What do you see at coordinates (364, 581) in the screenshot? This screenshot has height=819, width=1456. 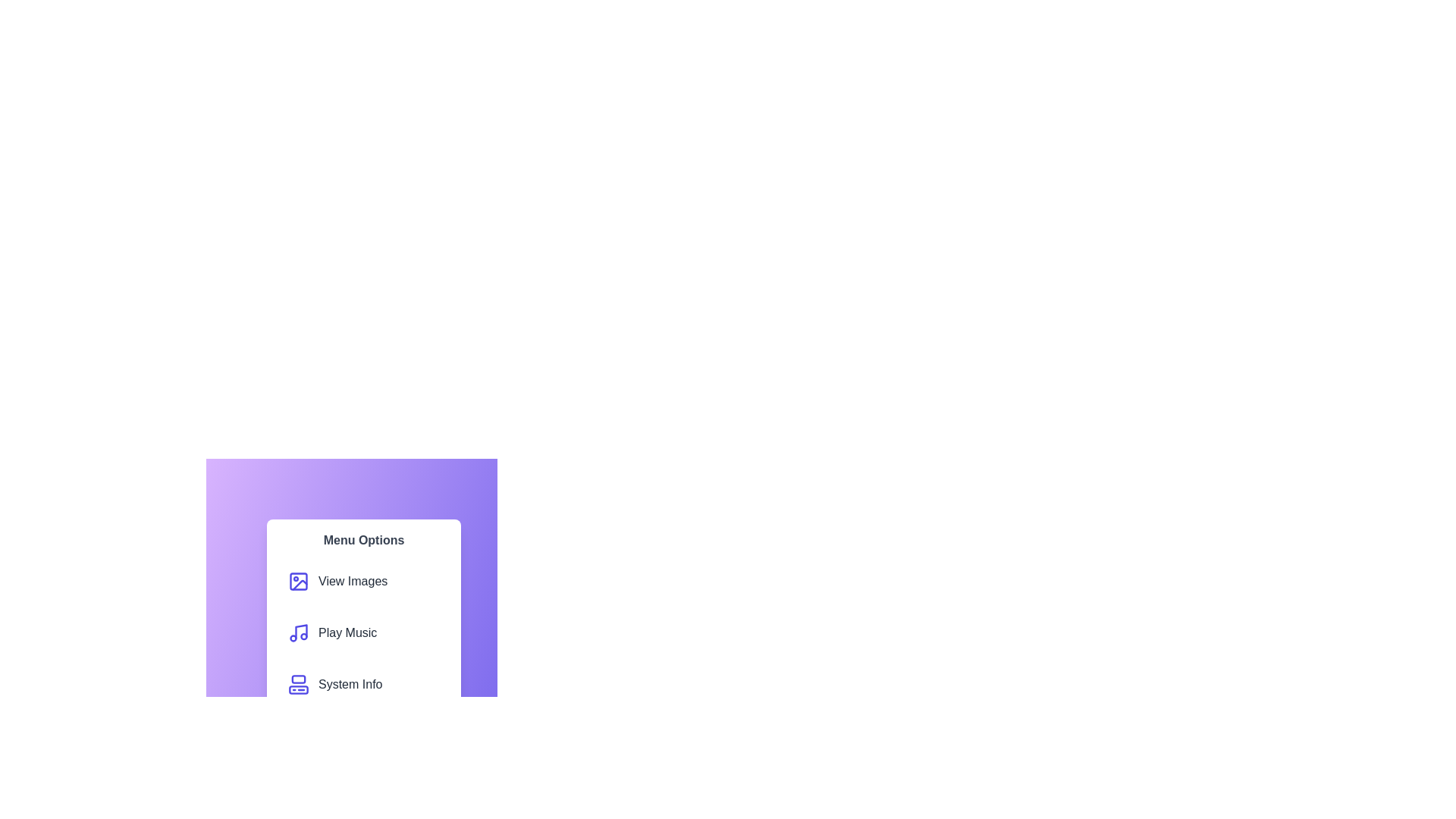 I see `the menu item labeled View Images` at bounding box center [364, 581].